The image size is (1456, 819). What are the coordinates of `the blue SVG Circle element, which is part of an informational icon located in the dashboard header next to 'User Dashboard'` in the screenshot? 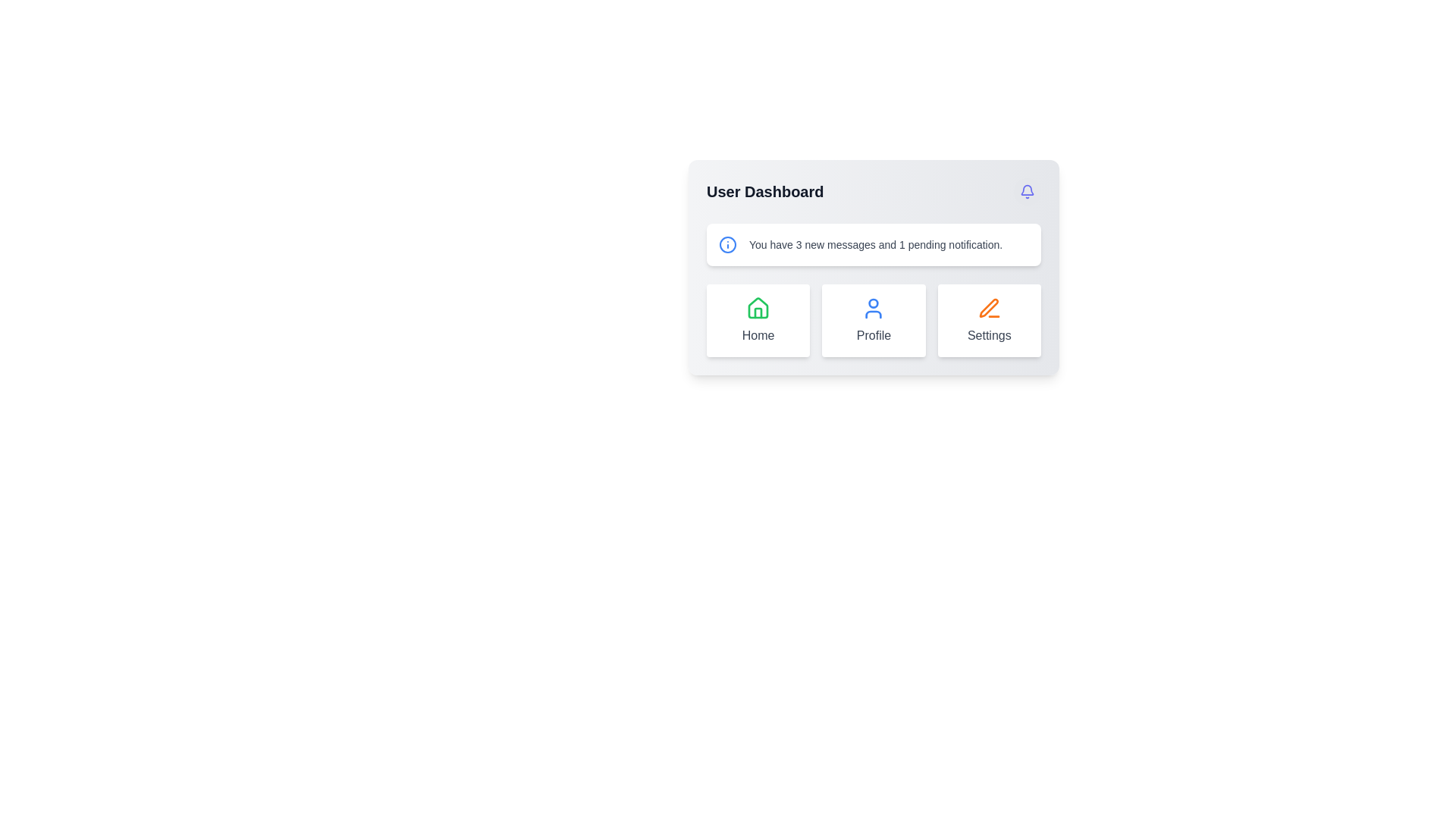 It's located at (728, 244).